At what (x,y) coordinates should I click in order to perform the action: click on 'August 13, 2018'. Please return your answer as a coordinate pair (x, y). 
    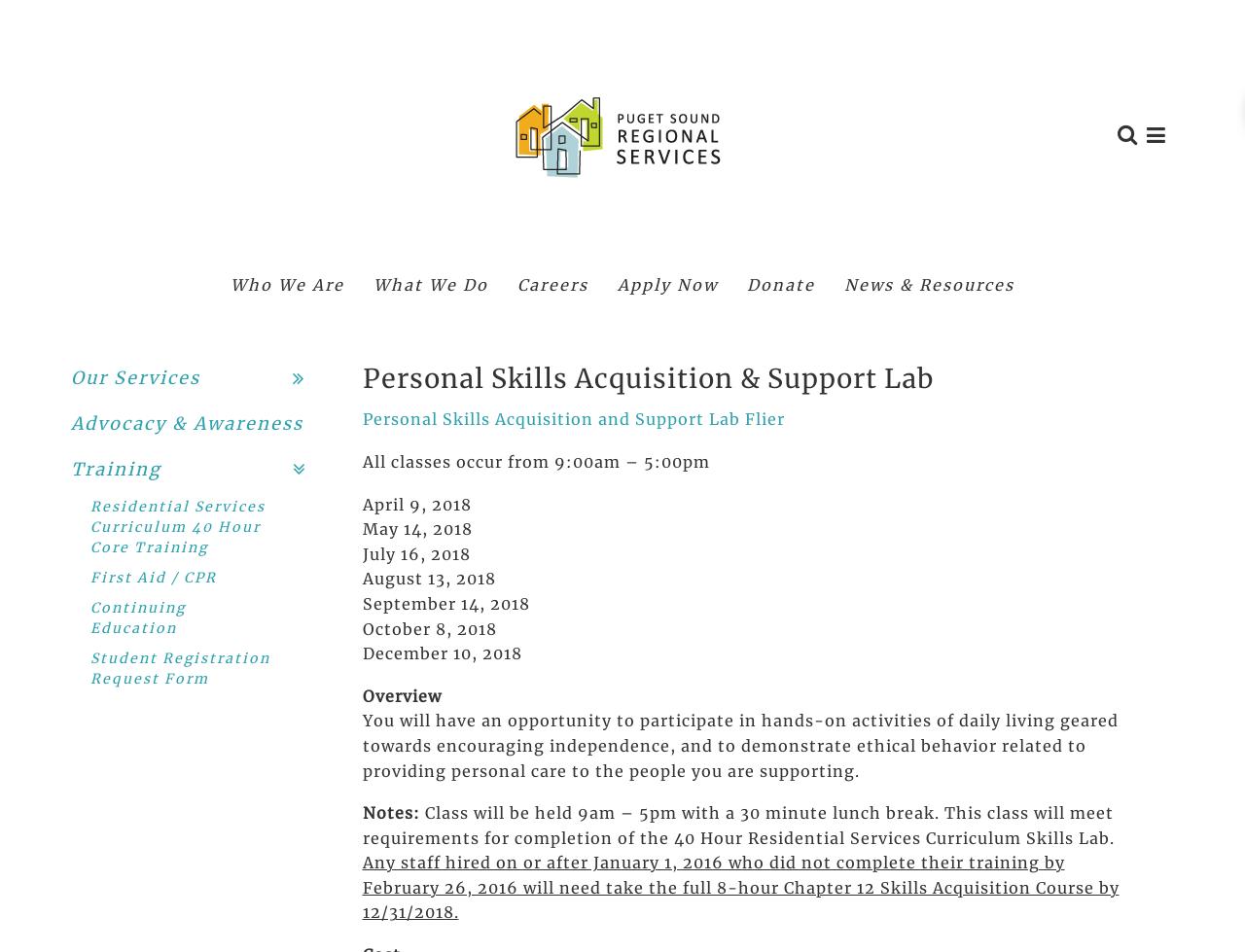
    Looking at the image, I should click on (427, 578).